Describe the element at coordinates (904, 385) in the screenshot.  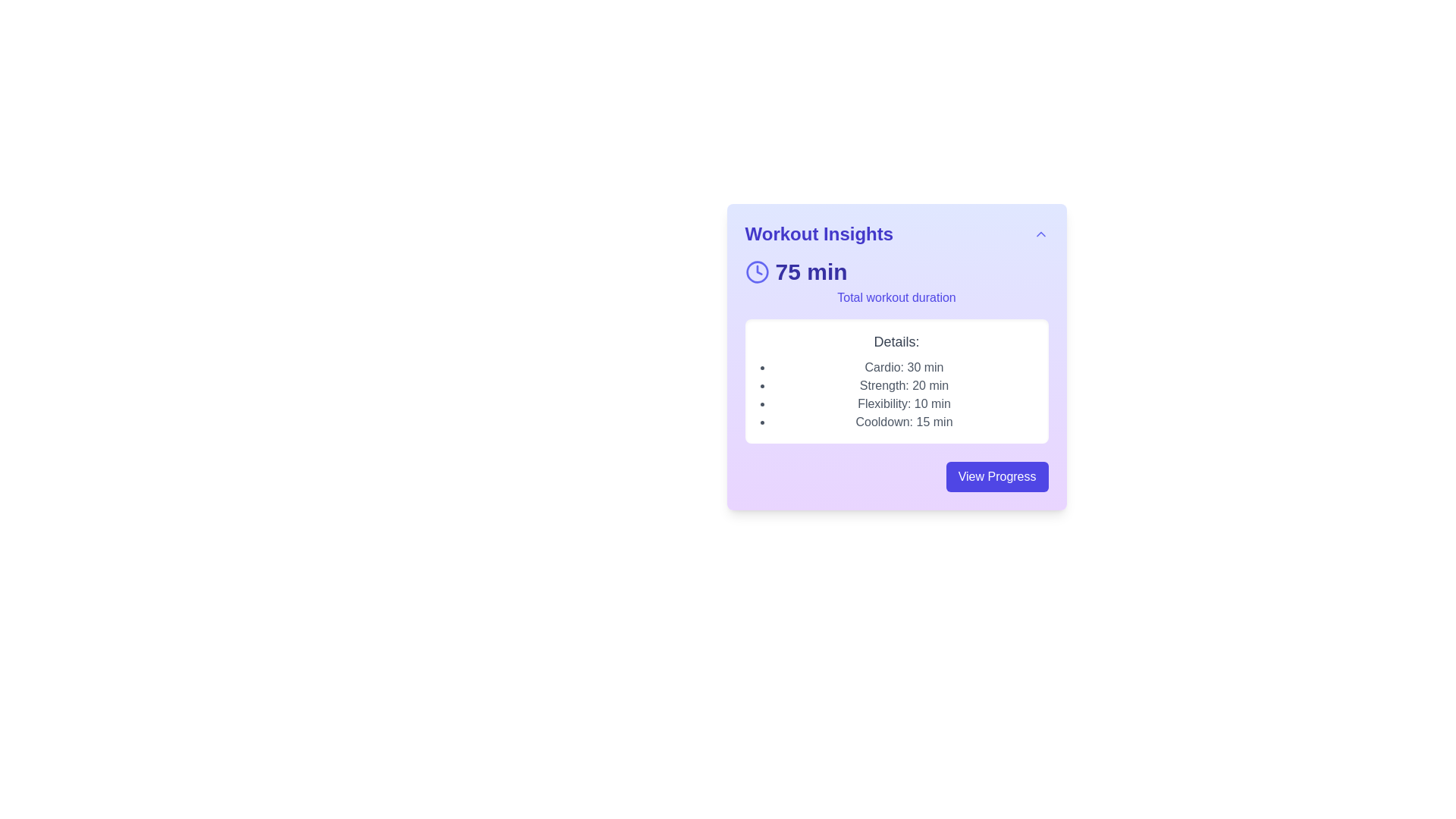
I see `the second item in the bulleted list of workout activities that indicates the 'Strength' portion of a workout session with a duration of 20 minutes, located within the 'Details' section under 'Workout Insights'` at that location.